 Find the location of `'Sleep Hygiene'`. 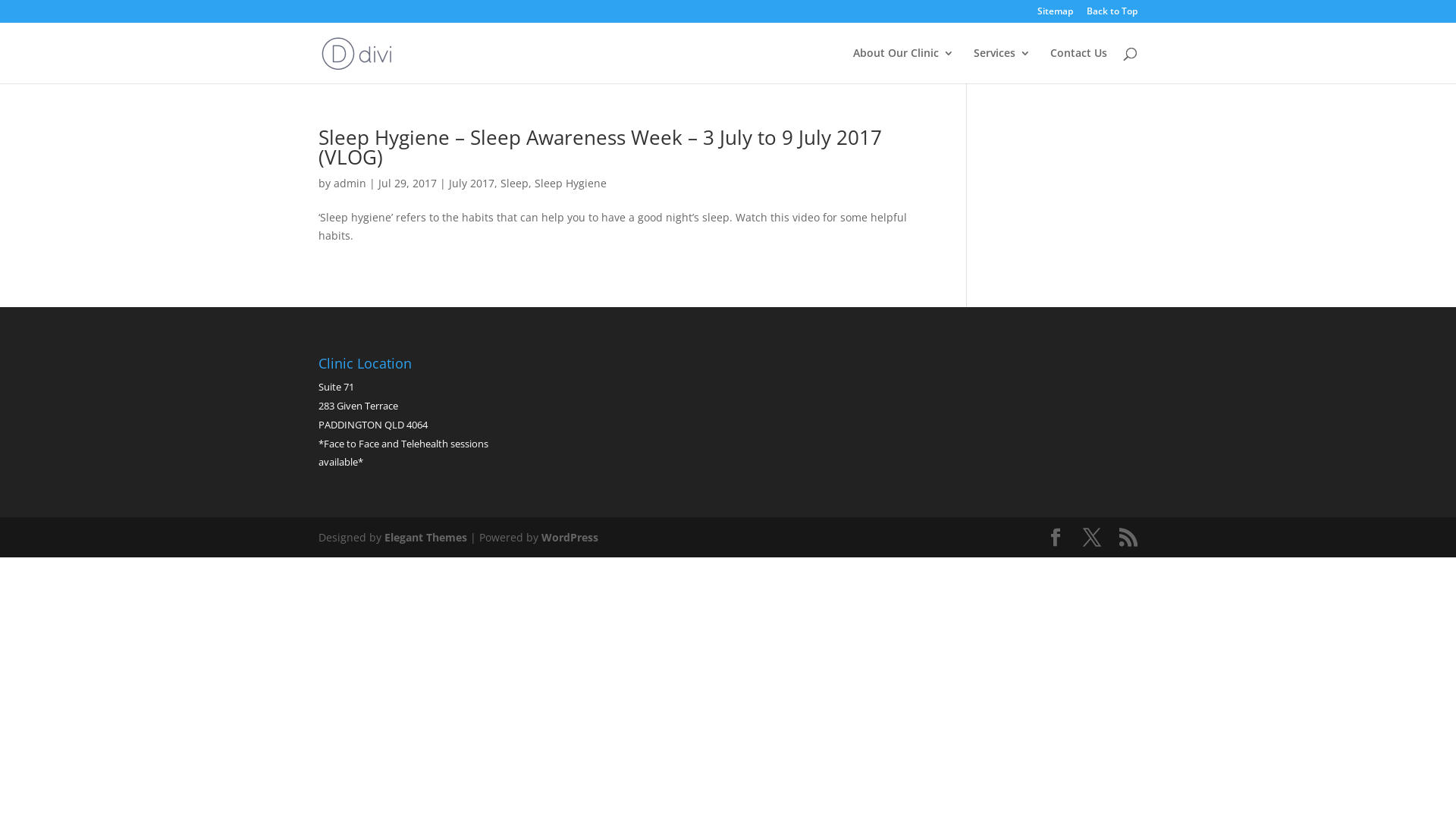

'Sleep Hygiene' is located at coordinates (570, 182).